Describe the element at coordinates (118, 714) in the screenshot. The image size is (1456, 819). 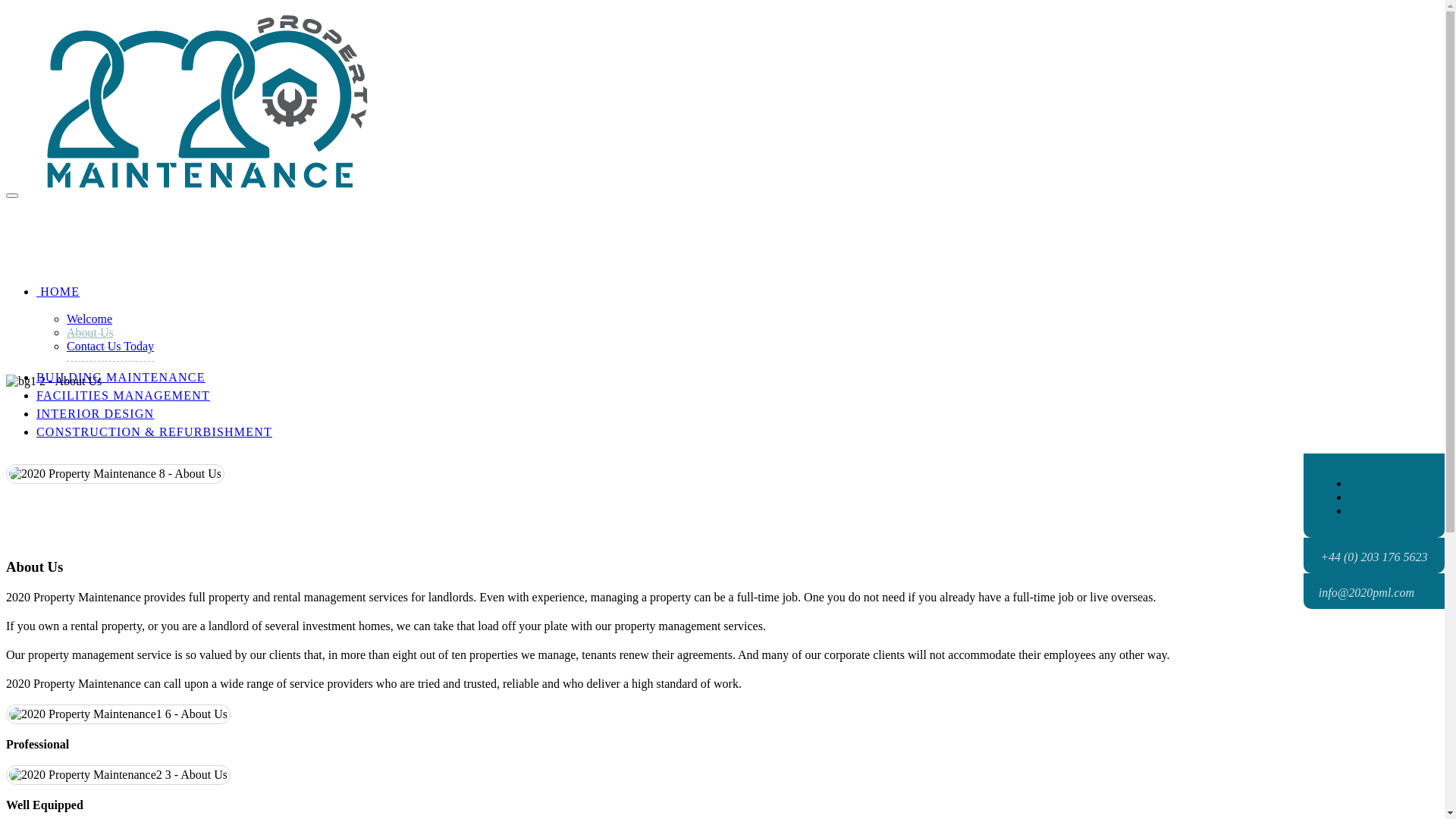
I see `'About Us'` at that location.